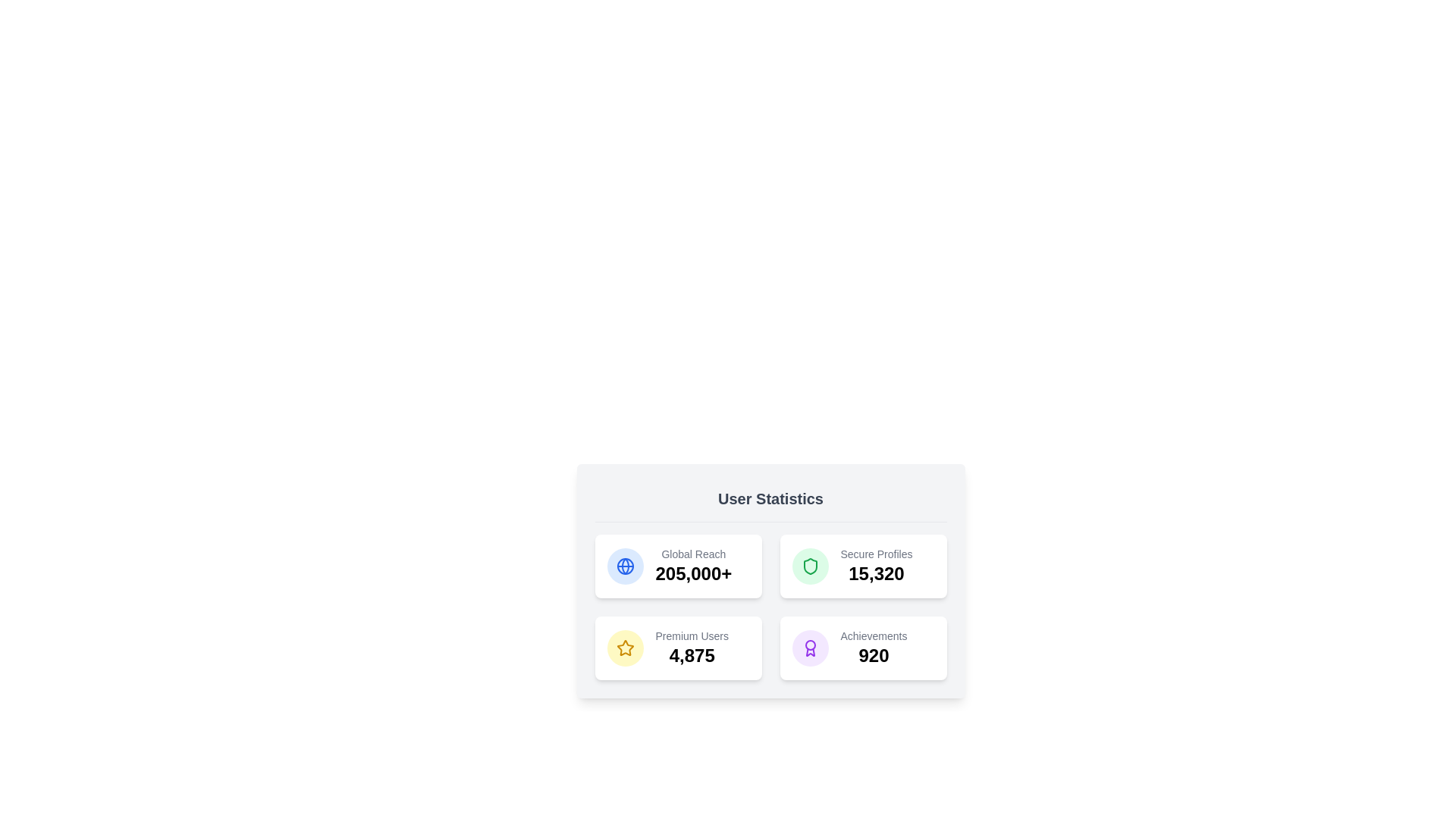 The height and width of the screenshot is (819, 1456). I want to click on the star icon representing 'Premium Users' located in the bottom-left cell of the 'User Statistics' card, so click(625, 648).